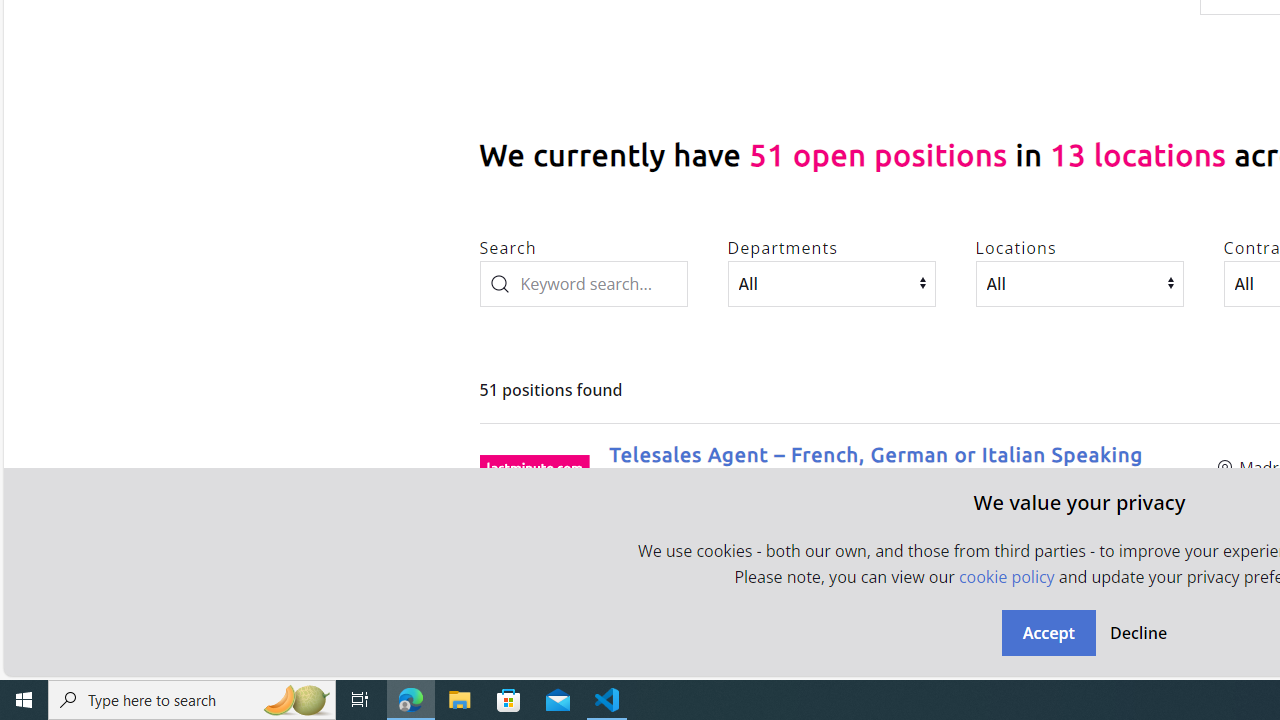 The height and width of the screenshot is (720, 1280). What do you see at coordinates (1137, 632) in the screenshot?
I see `'Decline'` at bounding box center [1137, 632].